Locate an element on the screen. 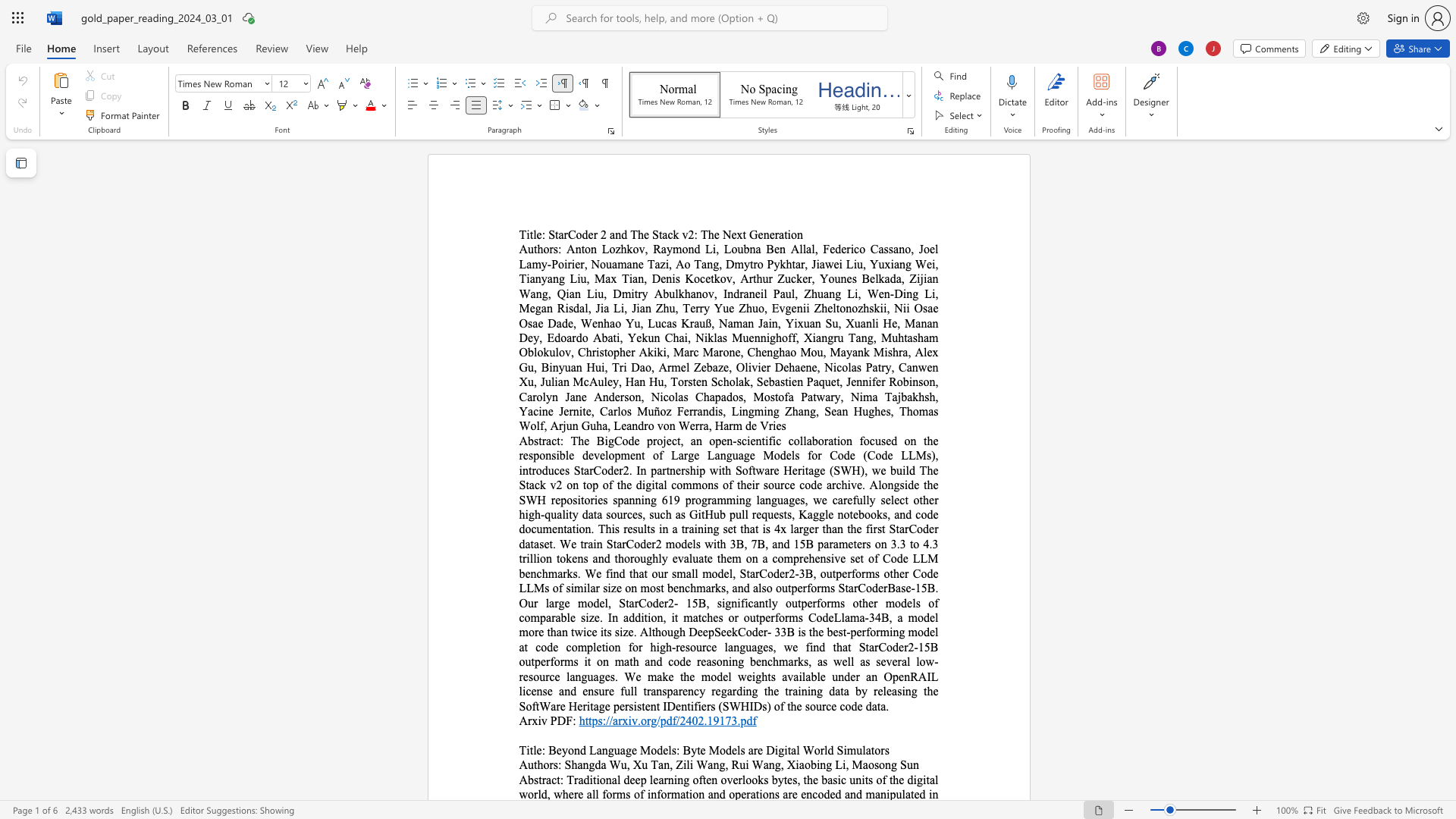 The image size is (1456, 819). the 3th character "/" in the text is located at coordinates (658, 720).